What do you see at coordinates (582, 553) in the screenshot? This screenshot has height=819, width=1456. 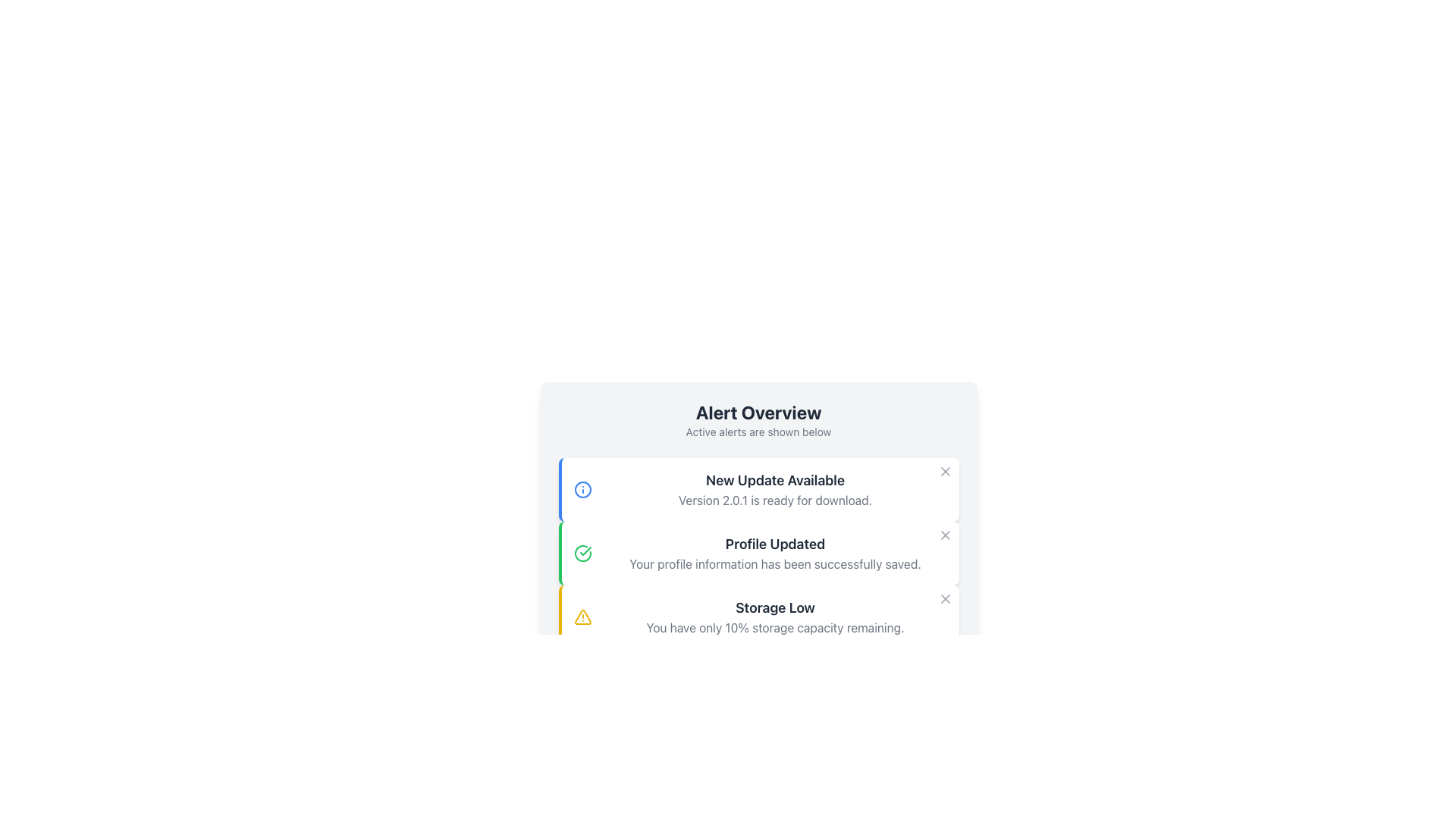 I see `the success icon located near the top-left corner of the 'Profile Updated' alert box, which indicates a completed action` at bounding box center [582, 553].